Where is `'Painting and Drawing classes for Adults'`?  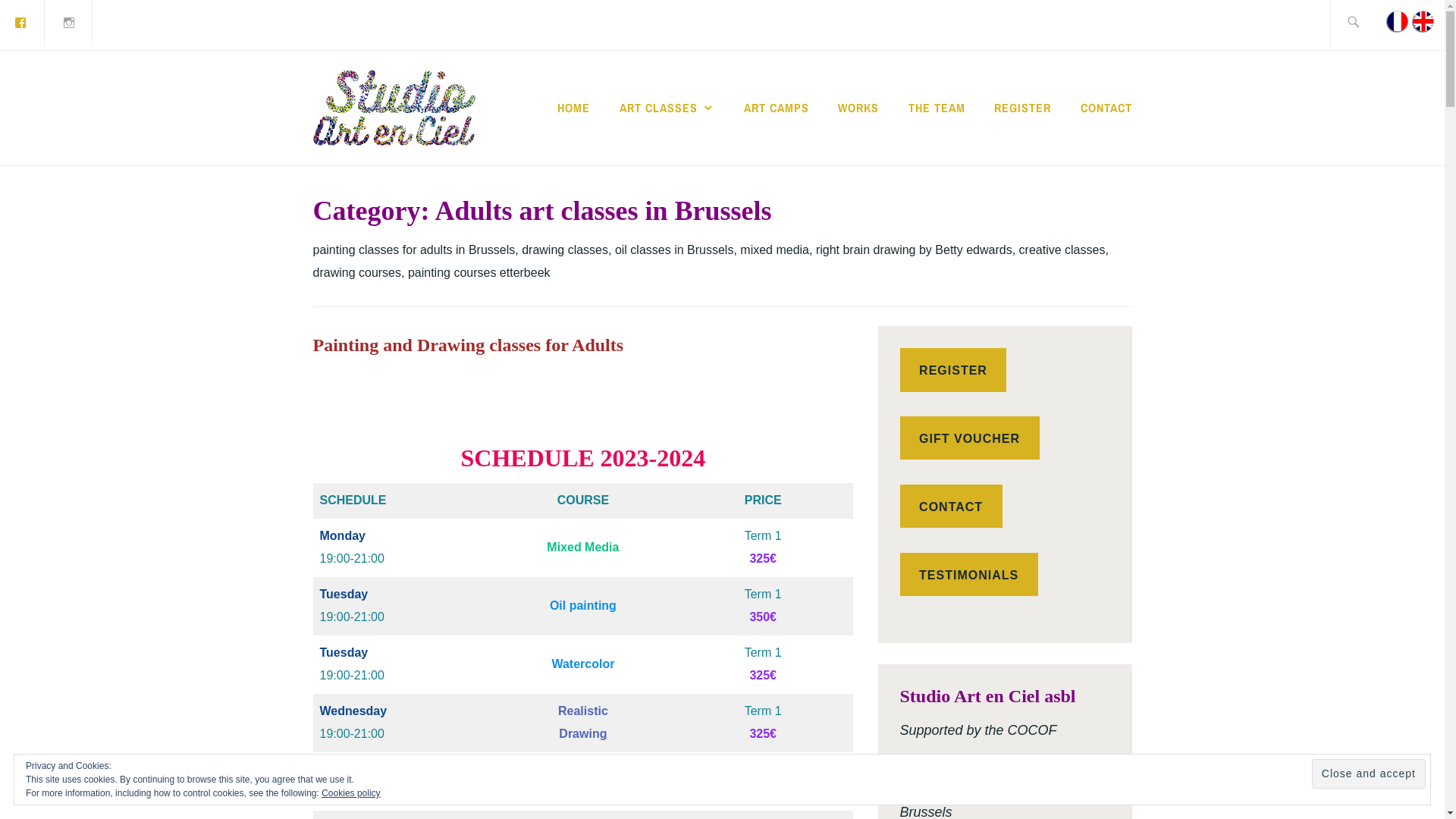
'Painting and Drawing classes for Adults' is located at coordinates (467, 345).